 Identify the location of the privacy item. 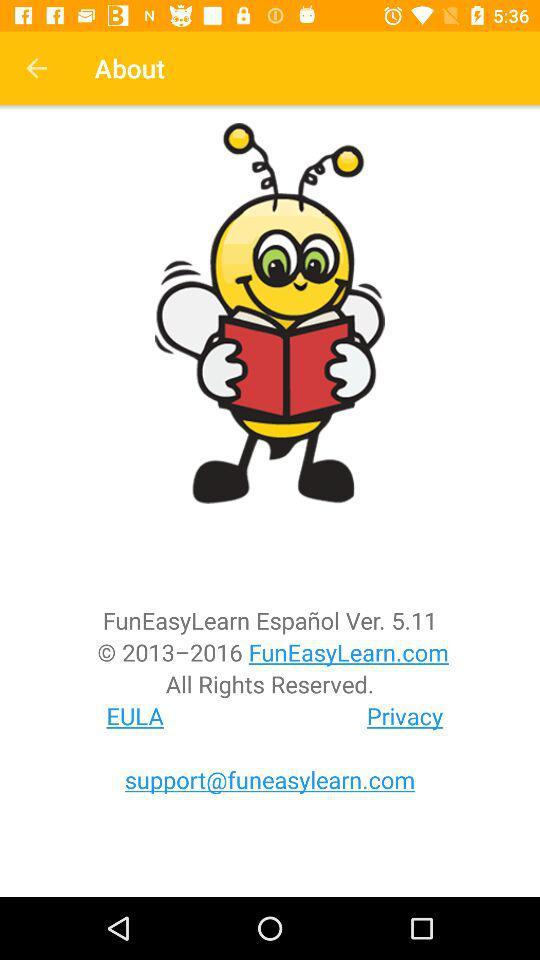
(405, 716).